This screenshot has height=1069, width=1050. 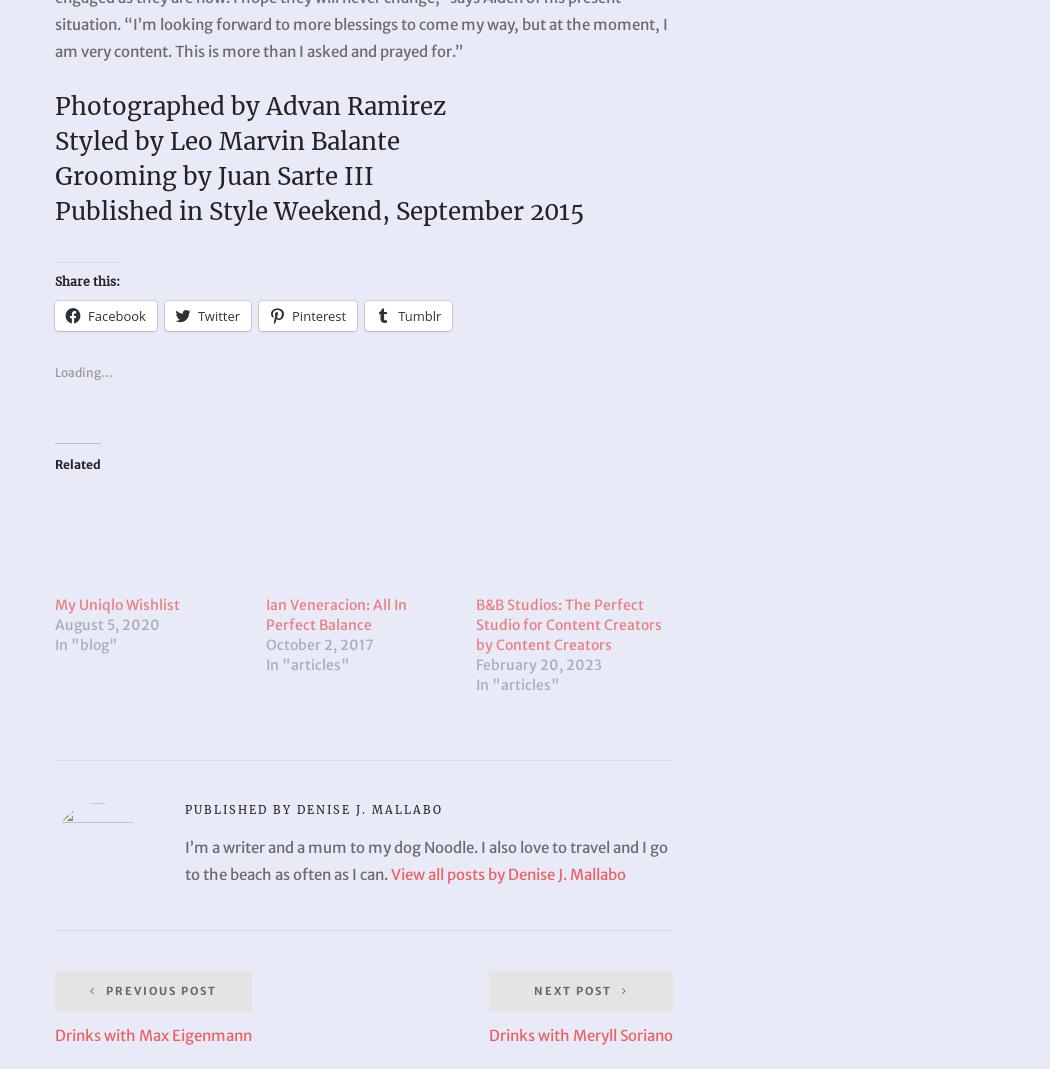 What do you see at coordinates (84, 372) in the screenshot?
I see `'Loading...'` at bounding box center [84, 372].